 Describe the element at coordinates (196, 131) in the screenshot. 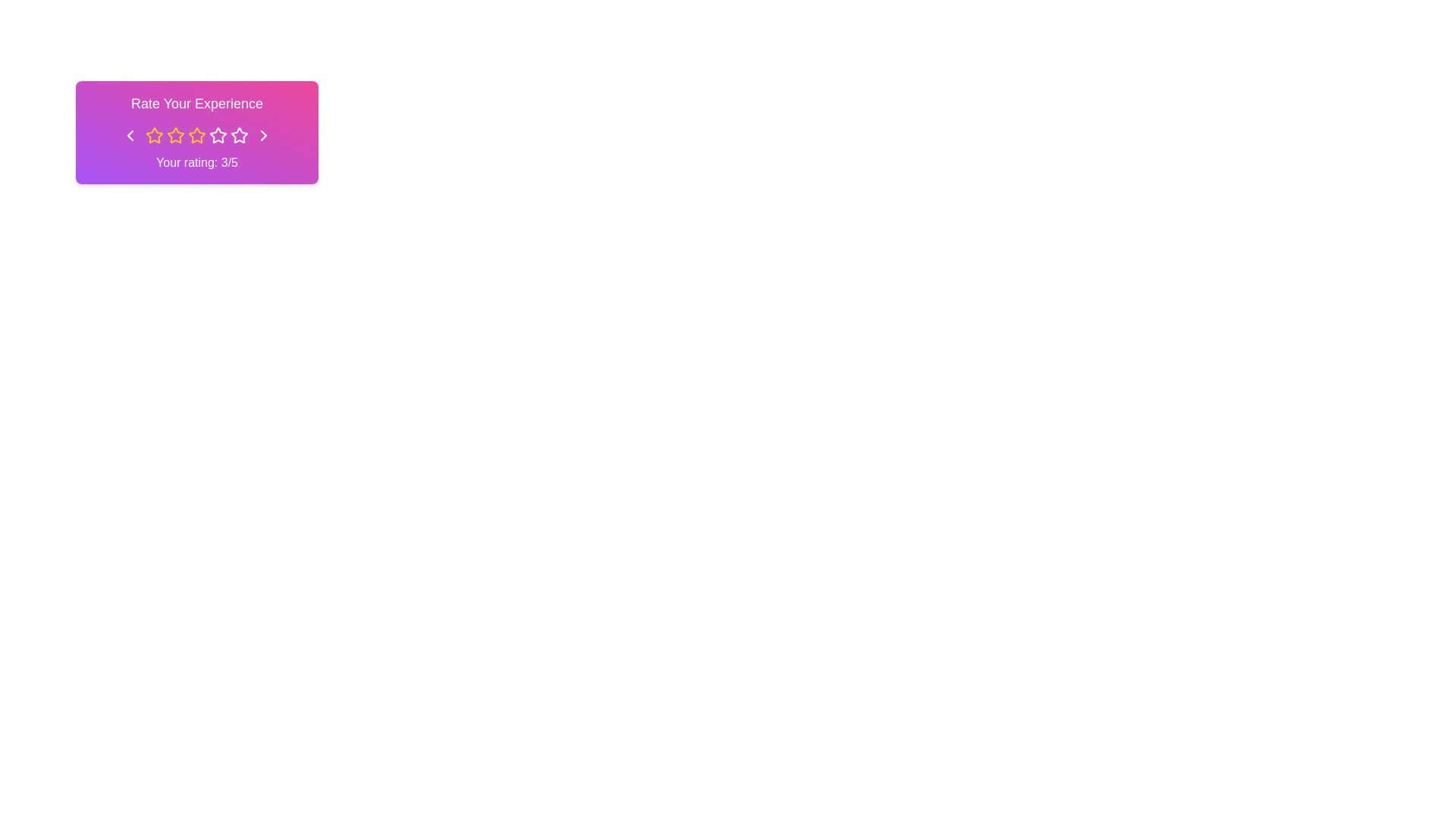

I see `the rating input component titled 'Rate Your Experience' that features a star rating interface and a feedback label` at that location.